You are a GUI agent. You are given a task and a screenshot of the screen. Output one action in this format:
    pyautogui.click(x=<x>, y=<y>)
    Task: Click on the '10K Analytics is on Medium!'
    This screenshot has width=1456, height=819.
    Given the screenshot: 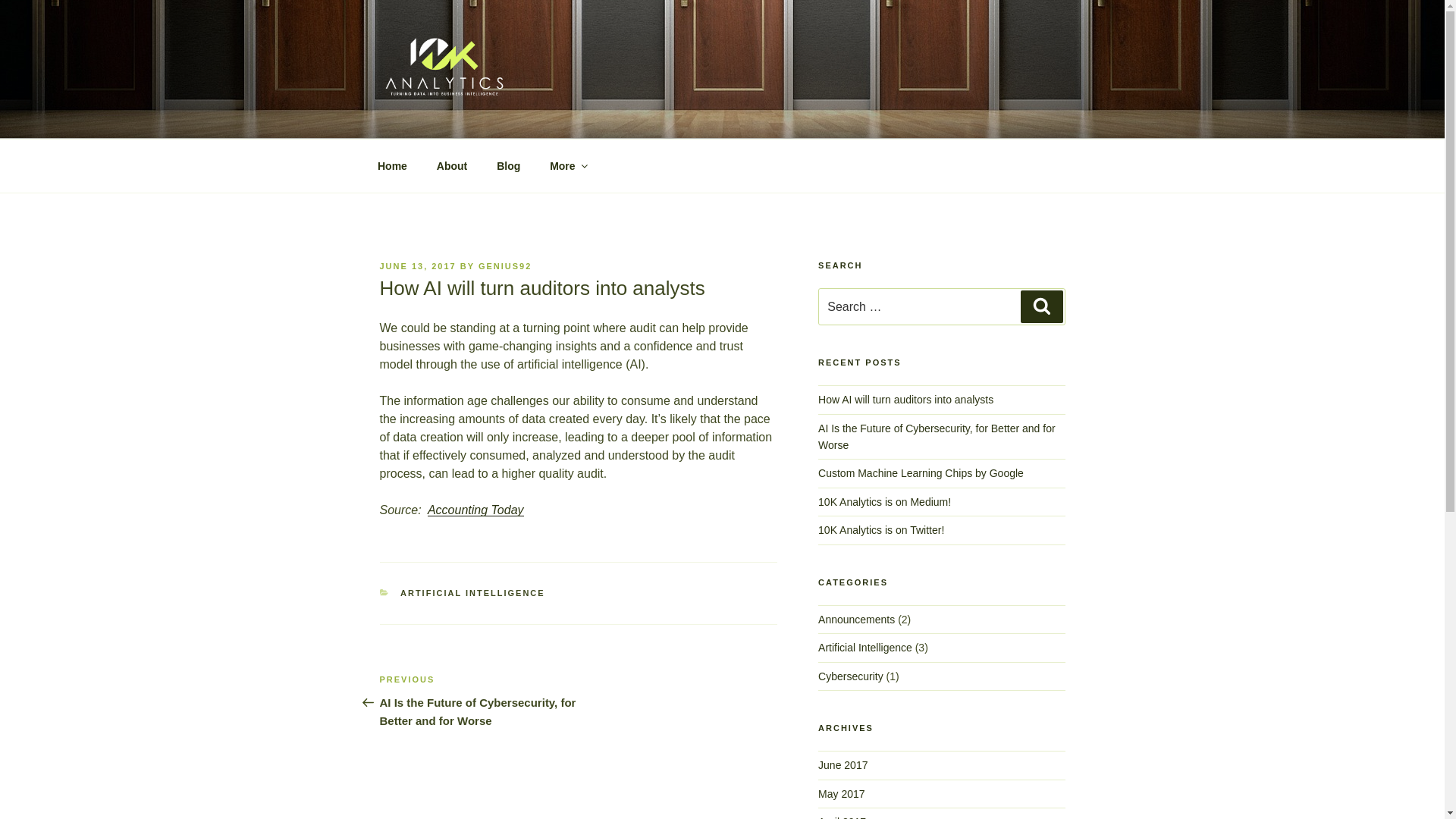 What is the action you would take?
    pyautogui.click(x=884, y=502)
    